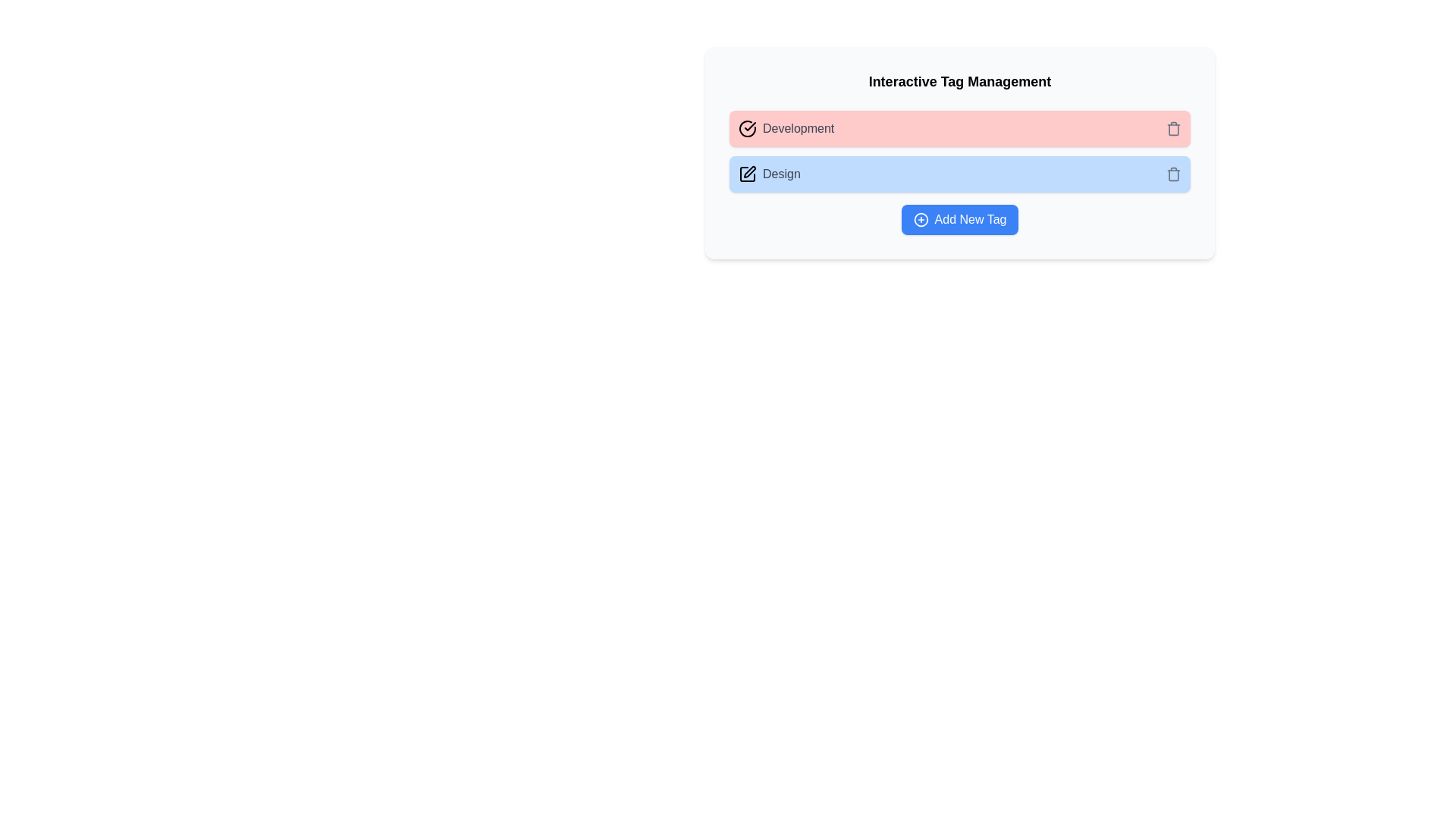 This screenshot has height=819, width=1456. Describe the element at coordinates (769, 174) in the screenshot. I see `the tag labeled 'Design'` at that location.